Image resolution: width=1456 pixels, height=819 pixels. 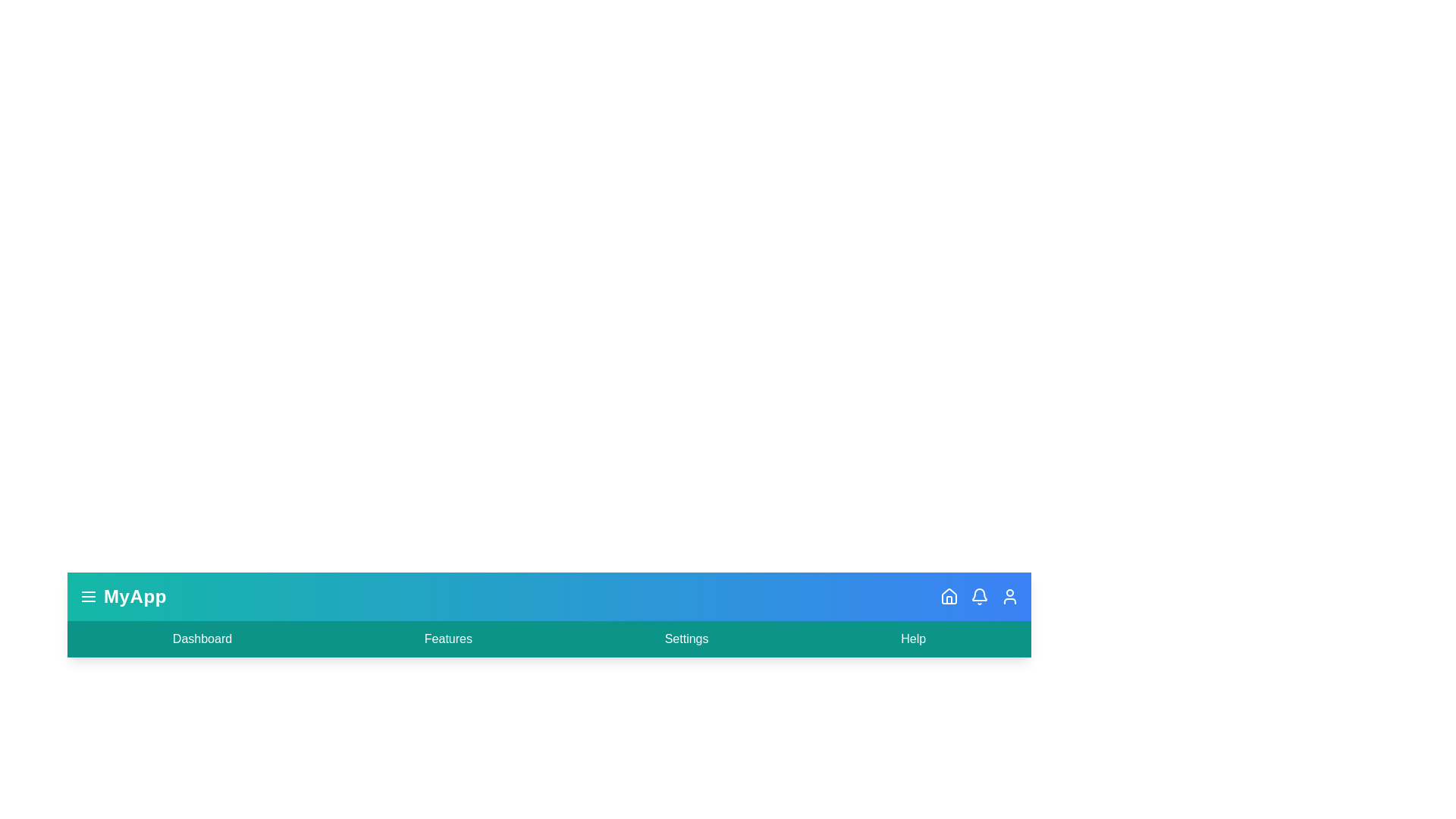 What do you see at coordinates (686, 639) in the screenshot?
I see `the 'Settings' option in the navbar` at bounding box center [686, 639].